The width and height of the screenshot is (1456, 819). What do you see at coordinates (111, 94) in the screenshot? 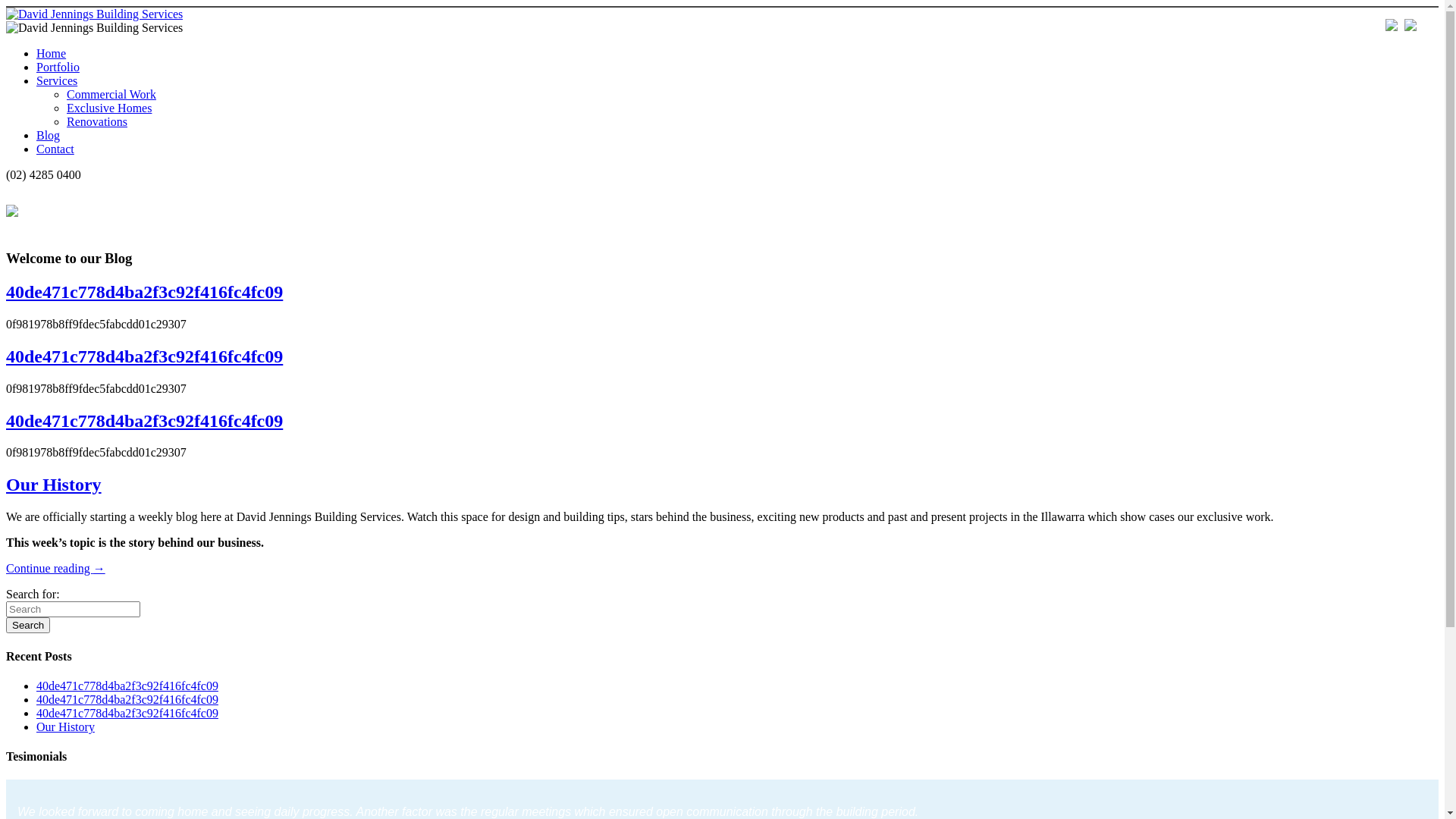
I see `'Commercial Work'` at bounding box center [111, 94].